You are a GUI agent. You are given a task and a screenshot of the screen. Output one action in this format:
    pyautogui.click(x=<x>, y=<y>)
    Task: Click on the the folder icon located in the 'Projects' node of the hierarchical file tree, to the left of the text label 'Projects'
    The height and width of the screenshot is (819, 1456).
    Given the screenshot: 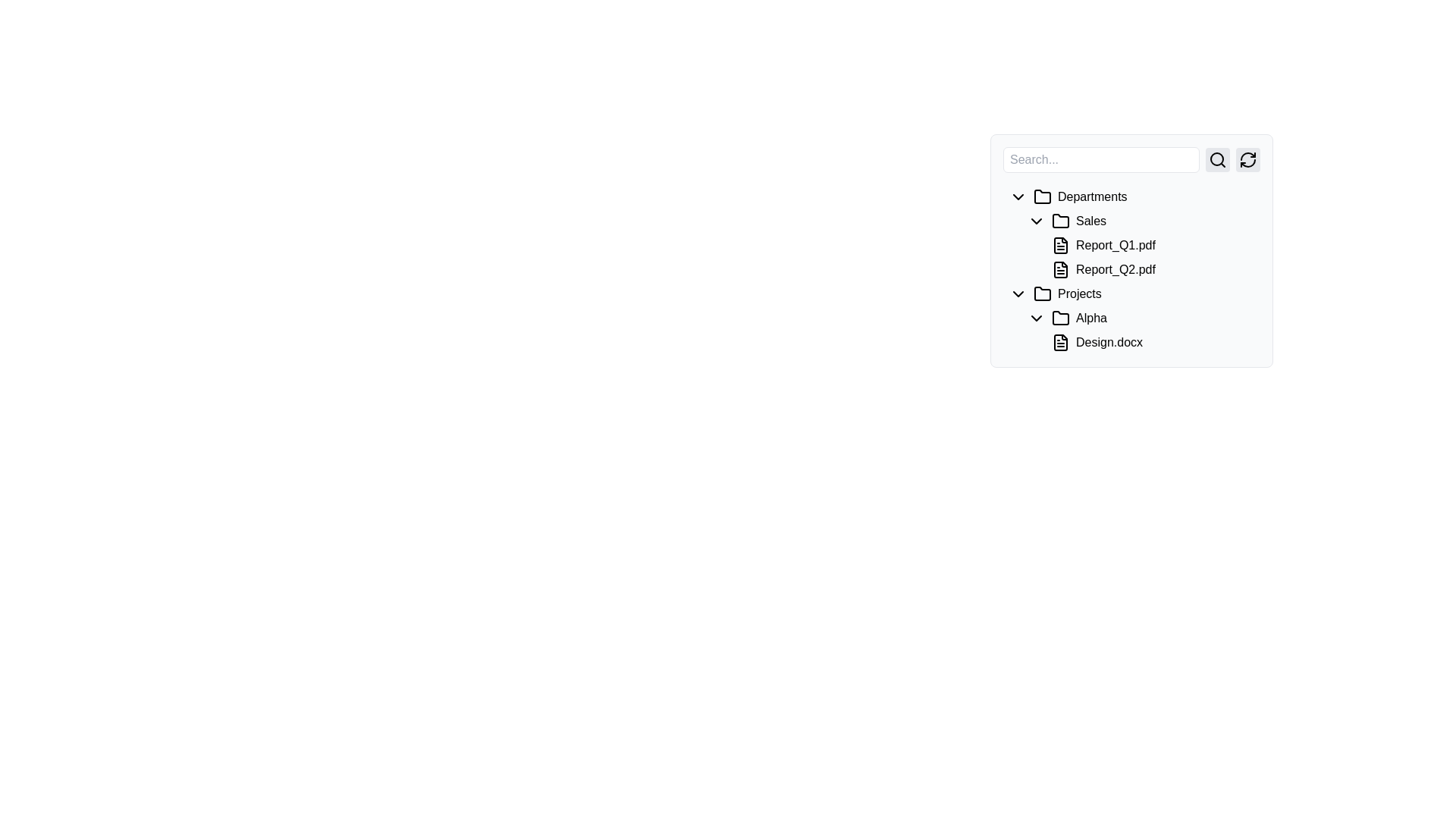 What is the action you would take?
    pyautogui.click(x=1044, y=294)
    